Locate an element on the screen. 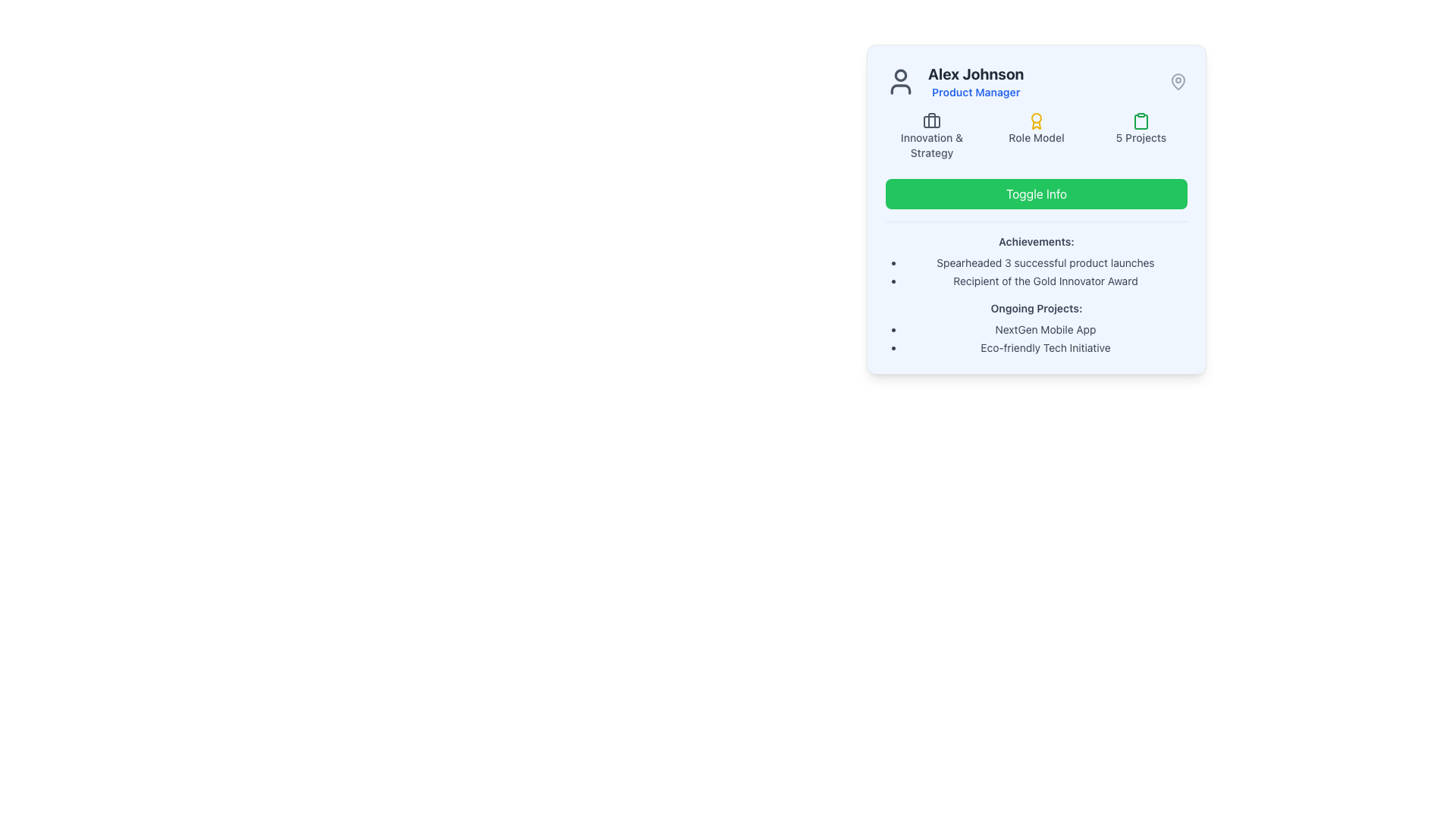  the text 'Eco-friendly Tech Initiative' which is the second item in the bullet-point list under the 'Ongoing Projects' heading in the blue-tinted panel is located at coordinates (1044, 348).